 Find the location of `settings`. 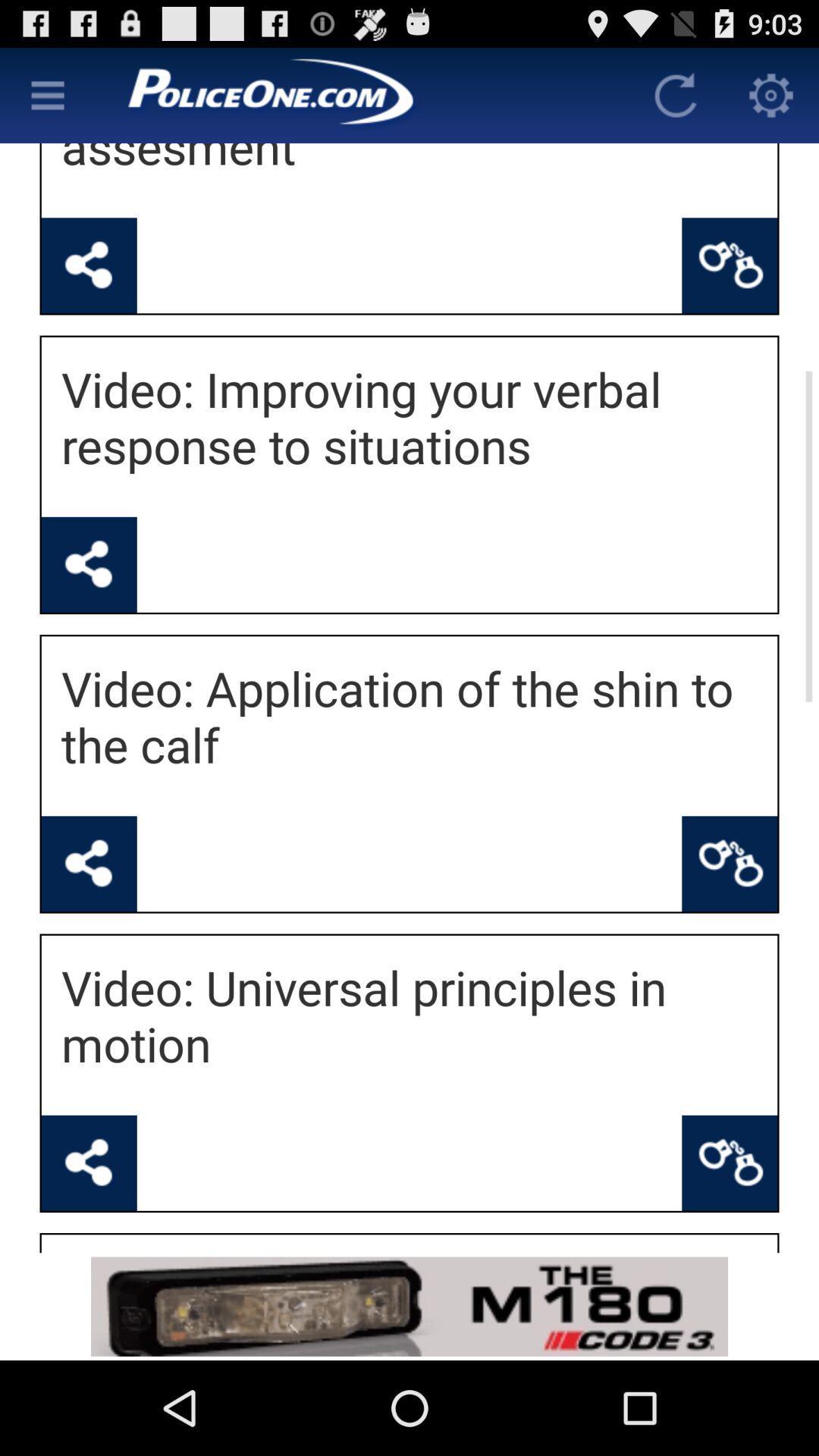

settings is located at coordinates (771, 94).